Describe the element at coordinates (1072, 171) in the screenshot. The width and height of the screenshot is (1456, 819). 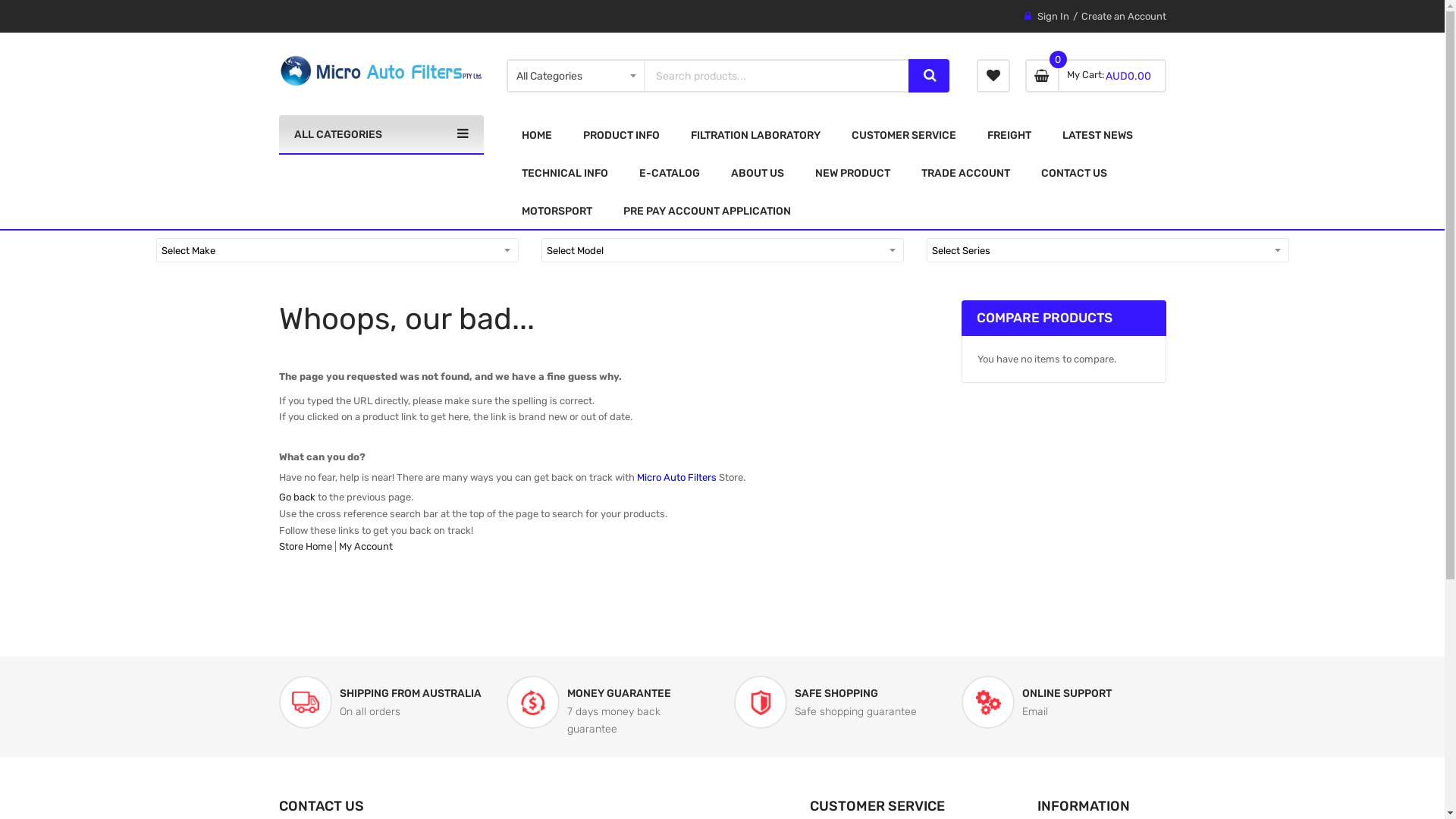
I see `'CONTACT US'` at that location.